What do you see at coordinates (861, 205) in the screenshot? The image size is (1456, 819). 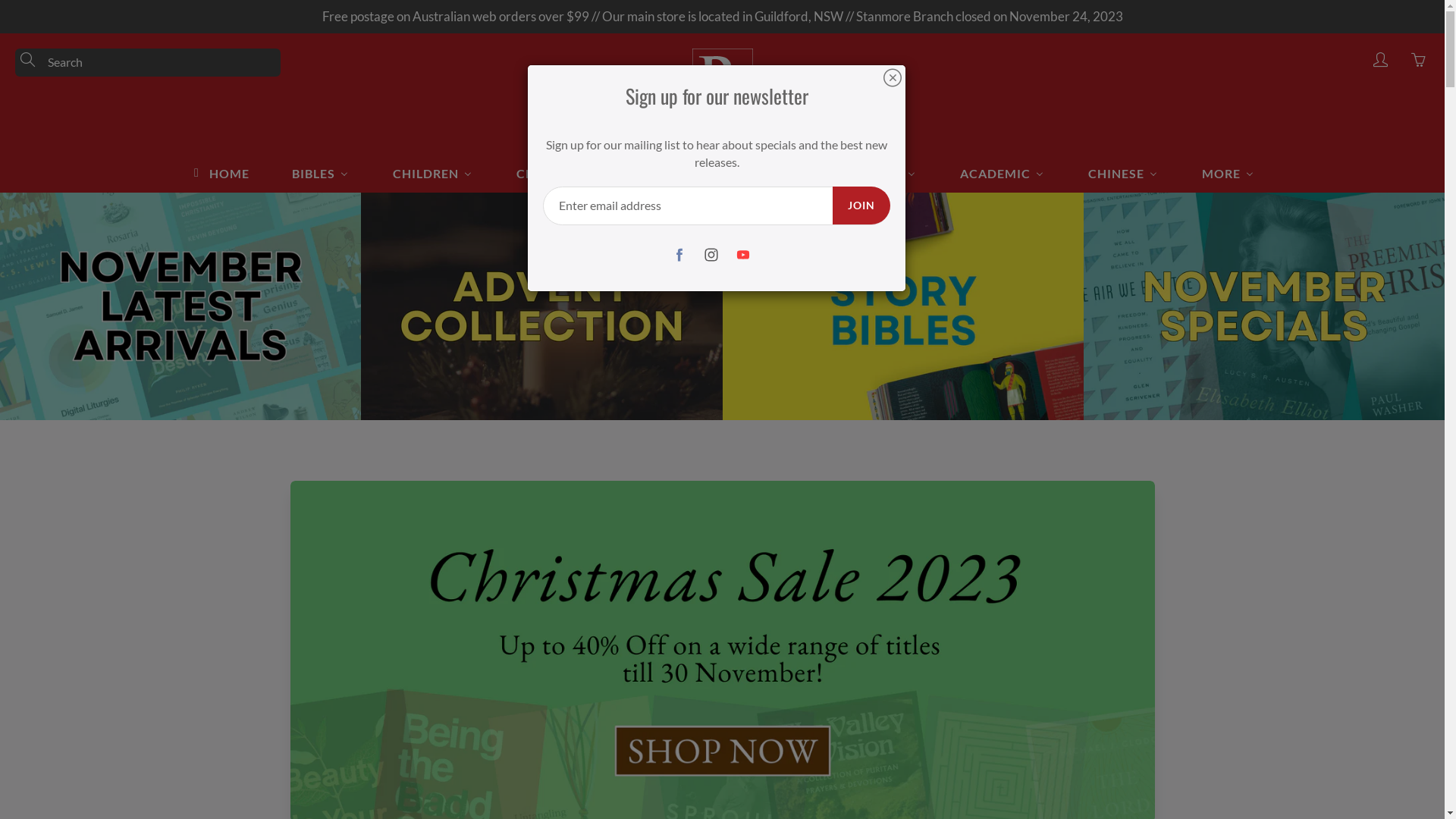 I see `'JOIN'` at bounding box center [861, 205].